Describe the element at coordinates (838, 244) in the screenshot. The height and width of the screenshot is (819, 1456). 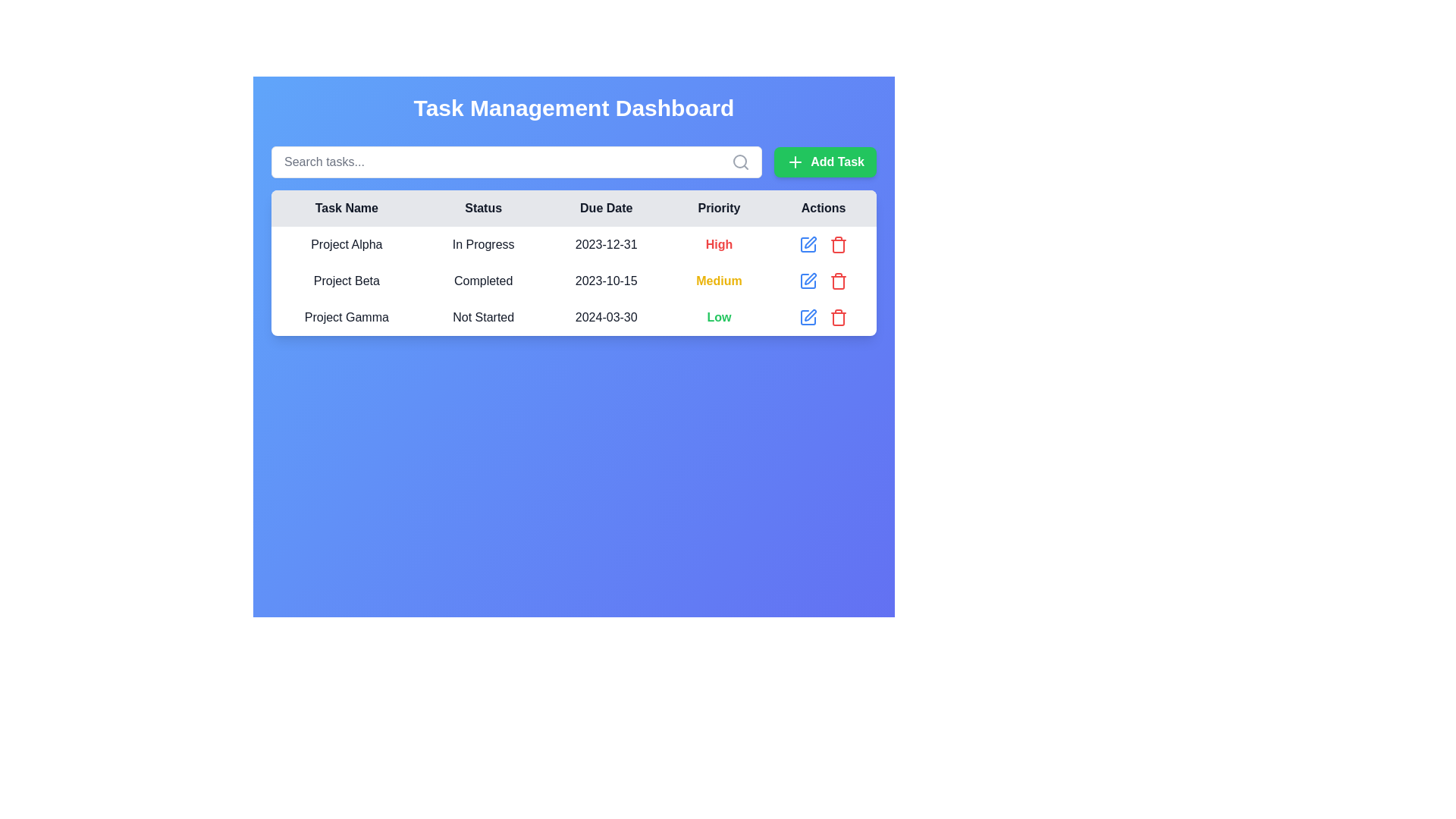
I see `the red trash bin icon located in the 'Actions' column of the Task Management Dashboard, situated in the second row of the table` at that location.